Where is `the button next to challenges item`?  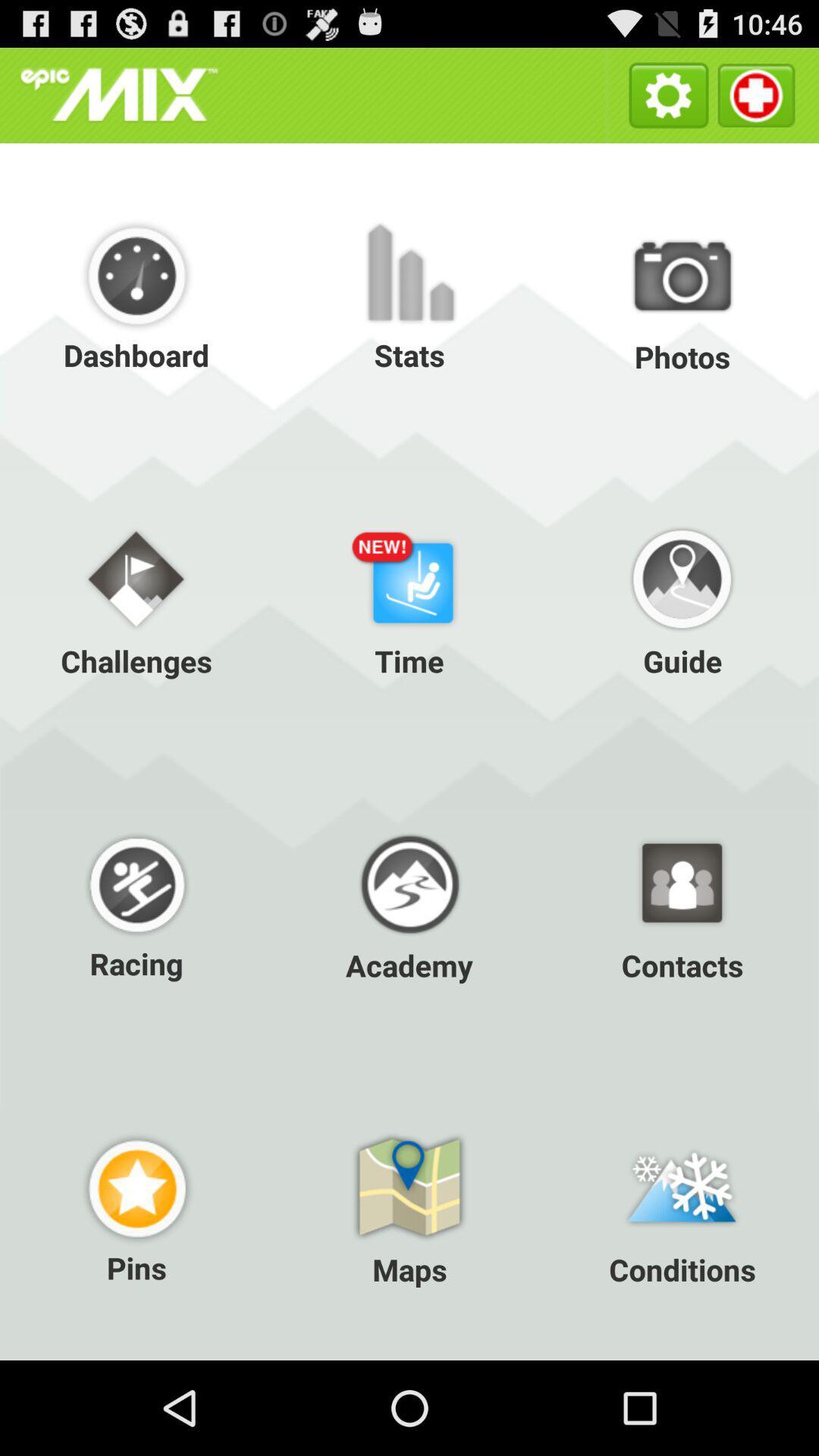
the button next to challenges item is located at coordinates (409, 598).